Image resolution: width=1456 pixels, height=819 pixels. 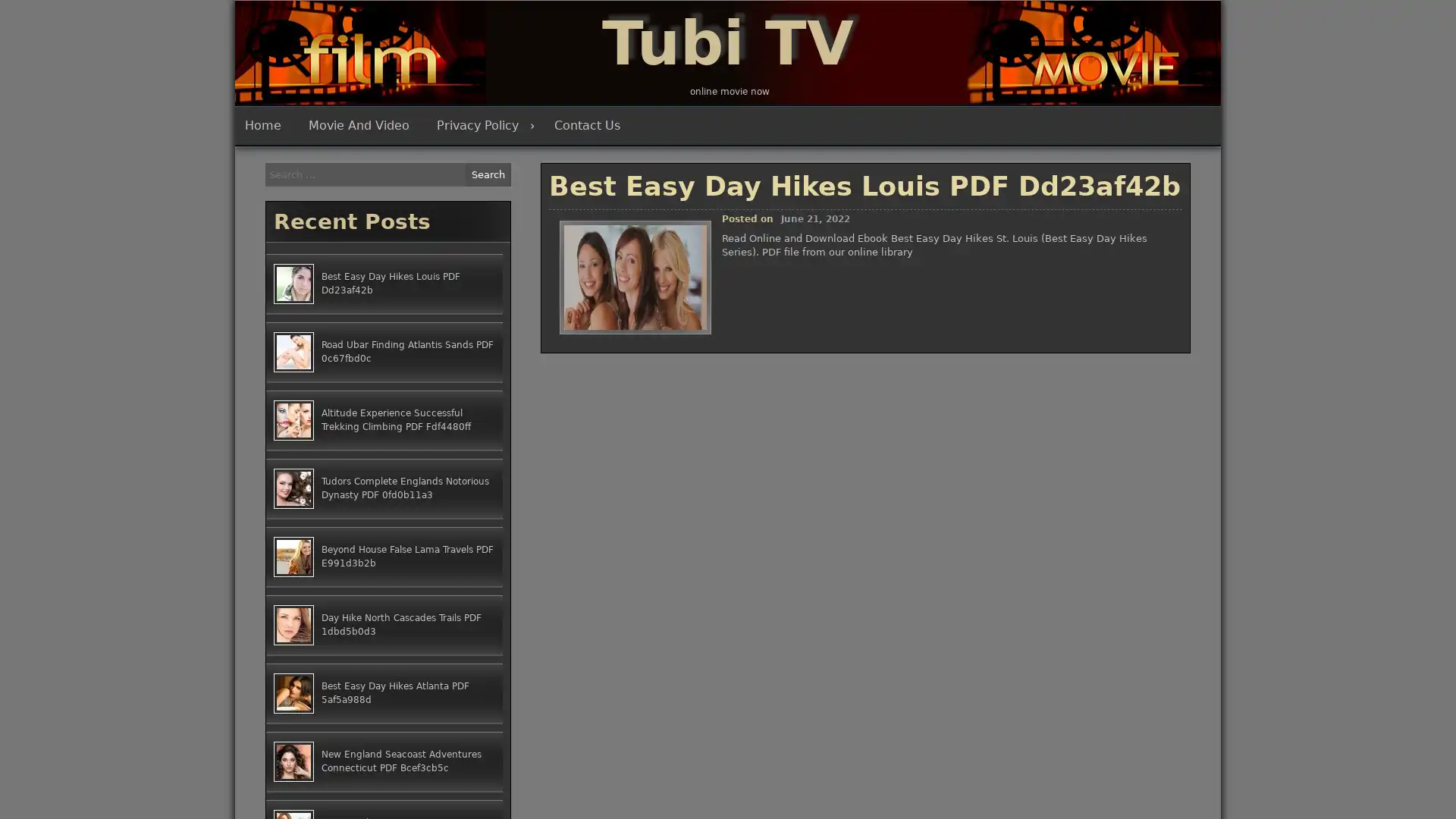 What do you see at coordinates (488, 174) in the screenshot?
I see `Search` at bounding box center [488, 174].